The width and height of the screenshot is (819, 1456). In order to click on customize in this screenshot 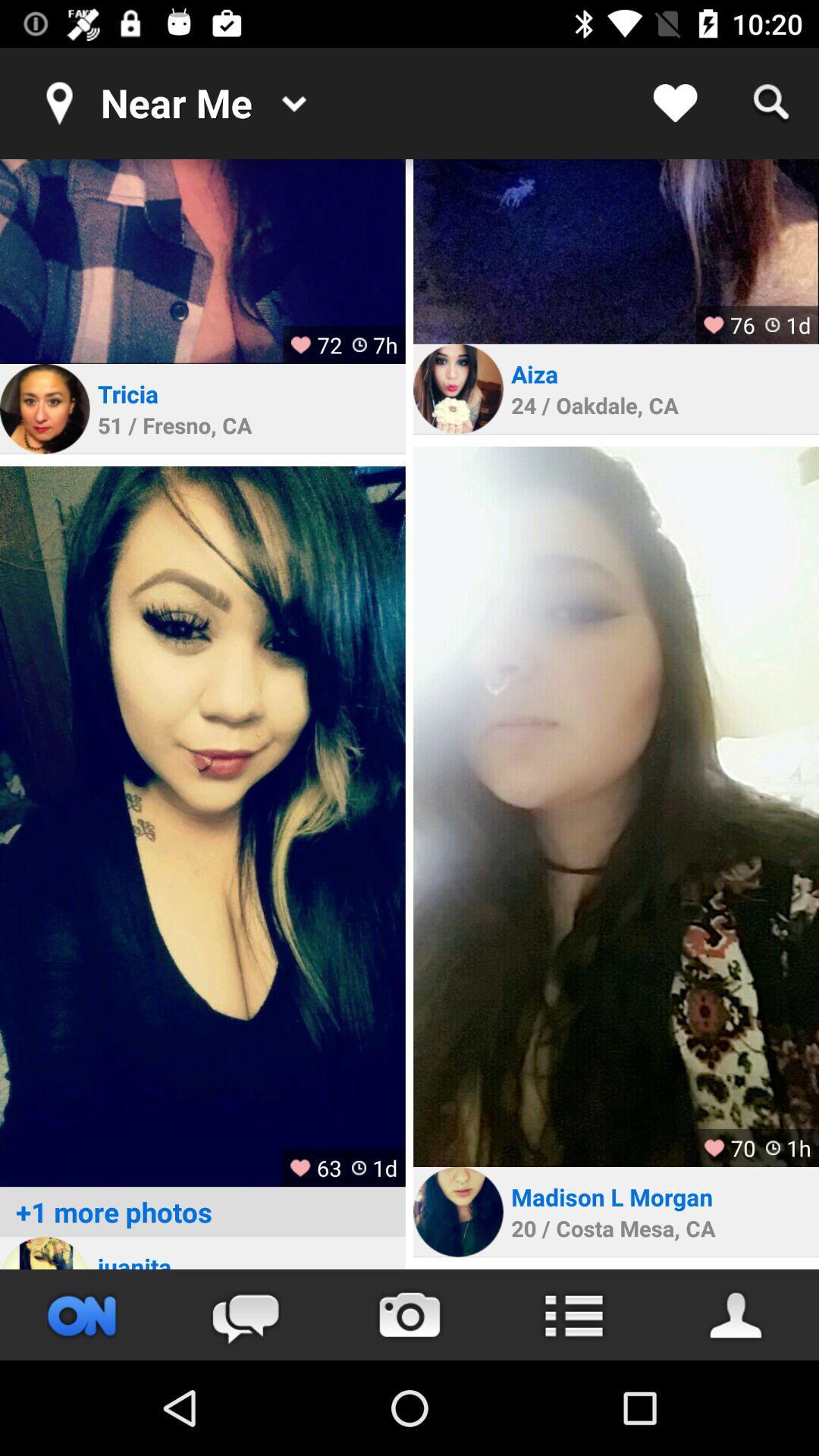, I will do `click(573, 1314)`.